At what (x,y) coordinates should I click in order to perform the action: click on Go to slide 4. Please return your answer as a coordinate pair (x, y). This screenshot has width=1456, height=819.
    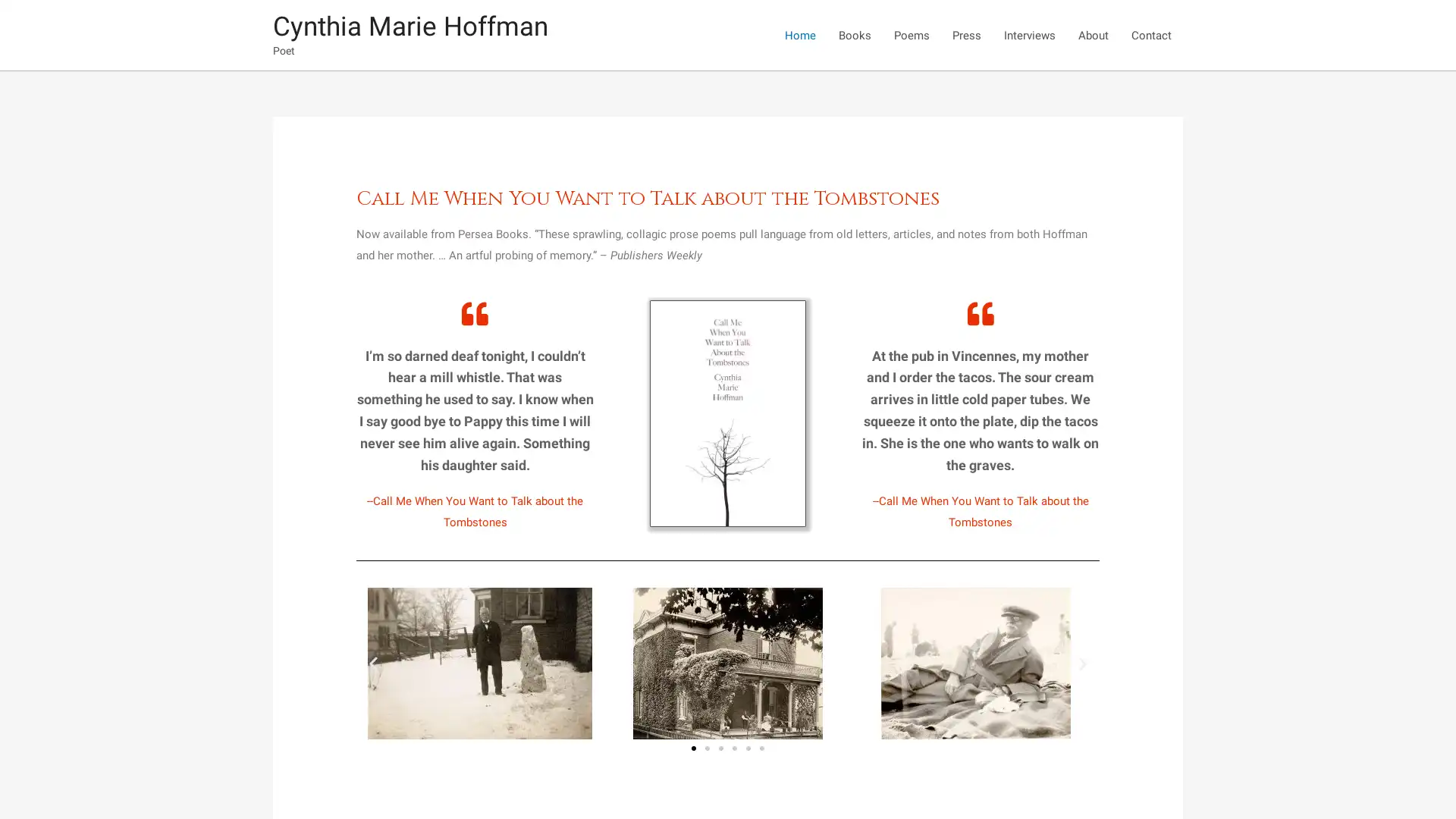
    Looking at the image, I should click on (735, 748).